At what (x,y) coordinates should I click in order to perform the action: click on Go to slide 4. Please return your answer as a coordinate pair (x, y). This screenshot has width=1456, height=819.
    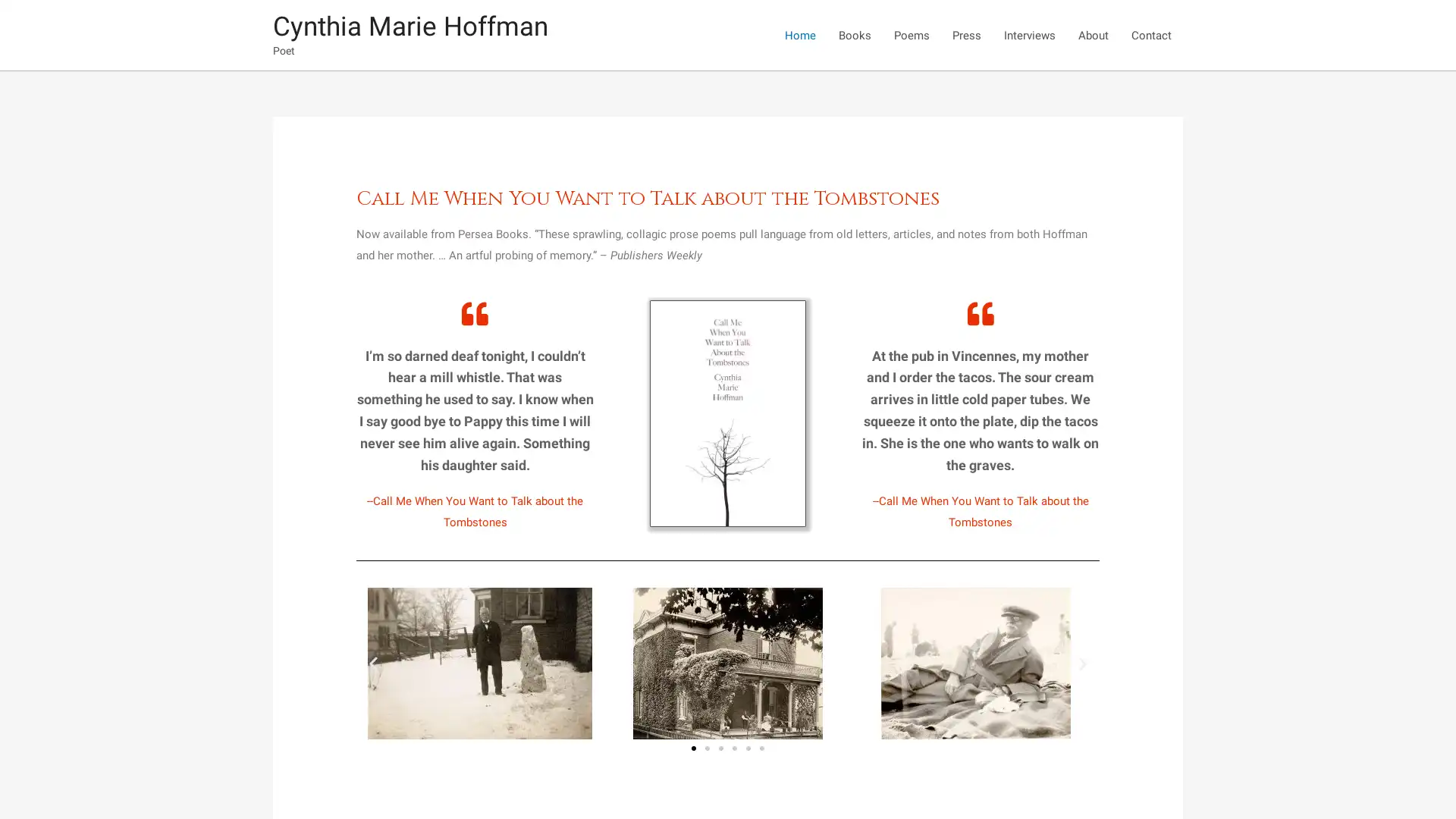
    Looking at the image, I should click on (735, 748).